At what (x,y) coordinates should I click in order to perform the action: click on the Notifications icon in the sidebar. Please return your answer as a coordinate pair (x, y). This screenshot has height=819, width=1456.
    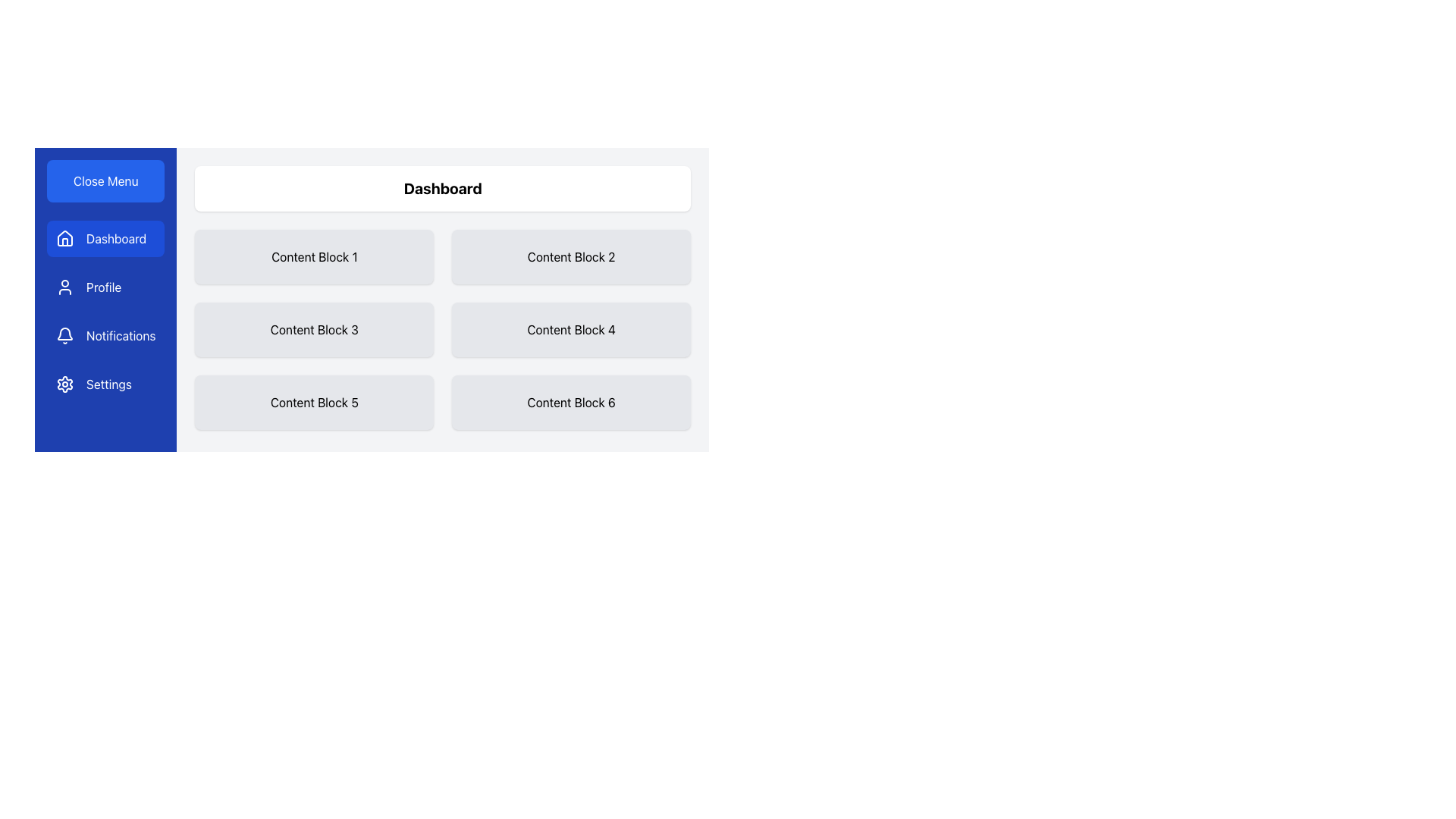
    Looking at the image, I should click on (64, 335).